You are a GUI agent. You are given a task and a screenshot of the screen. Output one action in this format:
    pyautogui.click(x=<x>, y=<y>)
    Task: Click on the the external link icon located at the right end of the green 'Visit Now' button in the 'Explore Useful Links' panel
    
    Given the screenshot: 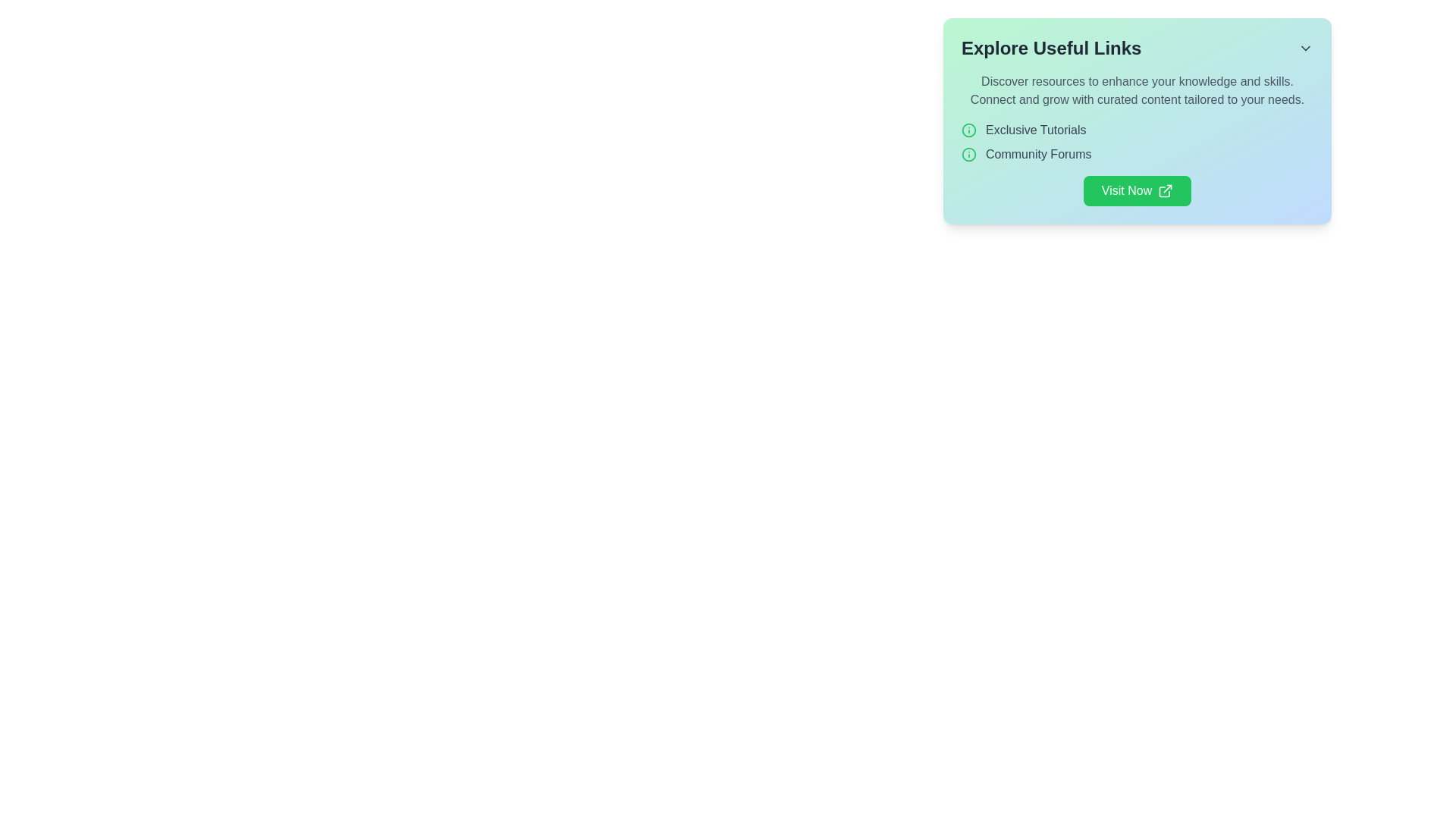 What is the action you would take?
    pyautogui.click(x=1165, y=190)
    